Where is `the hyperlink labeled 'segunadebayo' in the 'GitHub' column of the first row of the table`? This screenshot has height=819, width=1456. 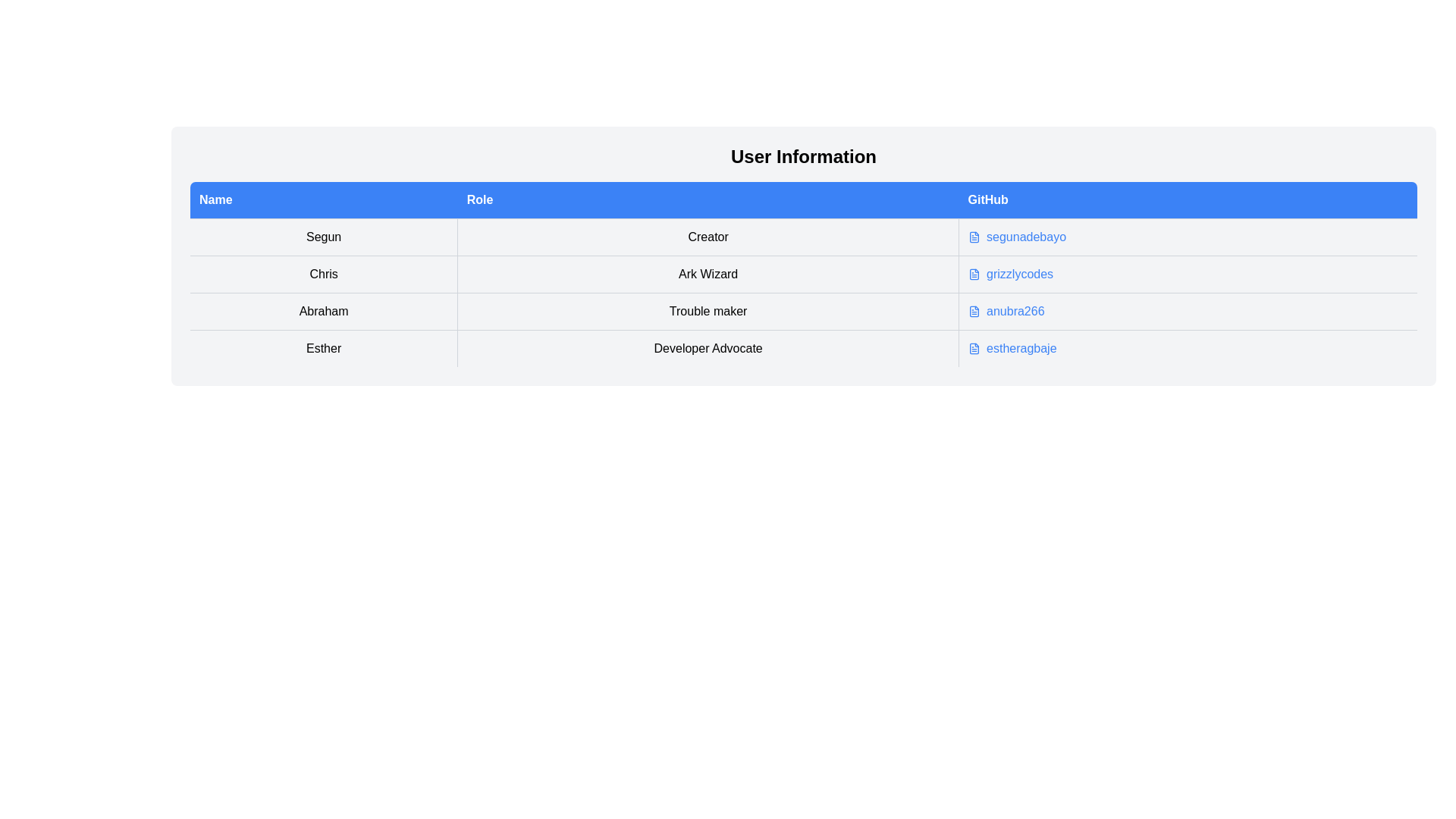 the hyperlink labeled 'segunadebayo' in the 'GitHub' column of the first row of the table is located at coordinates (1188, 237).